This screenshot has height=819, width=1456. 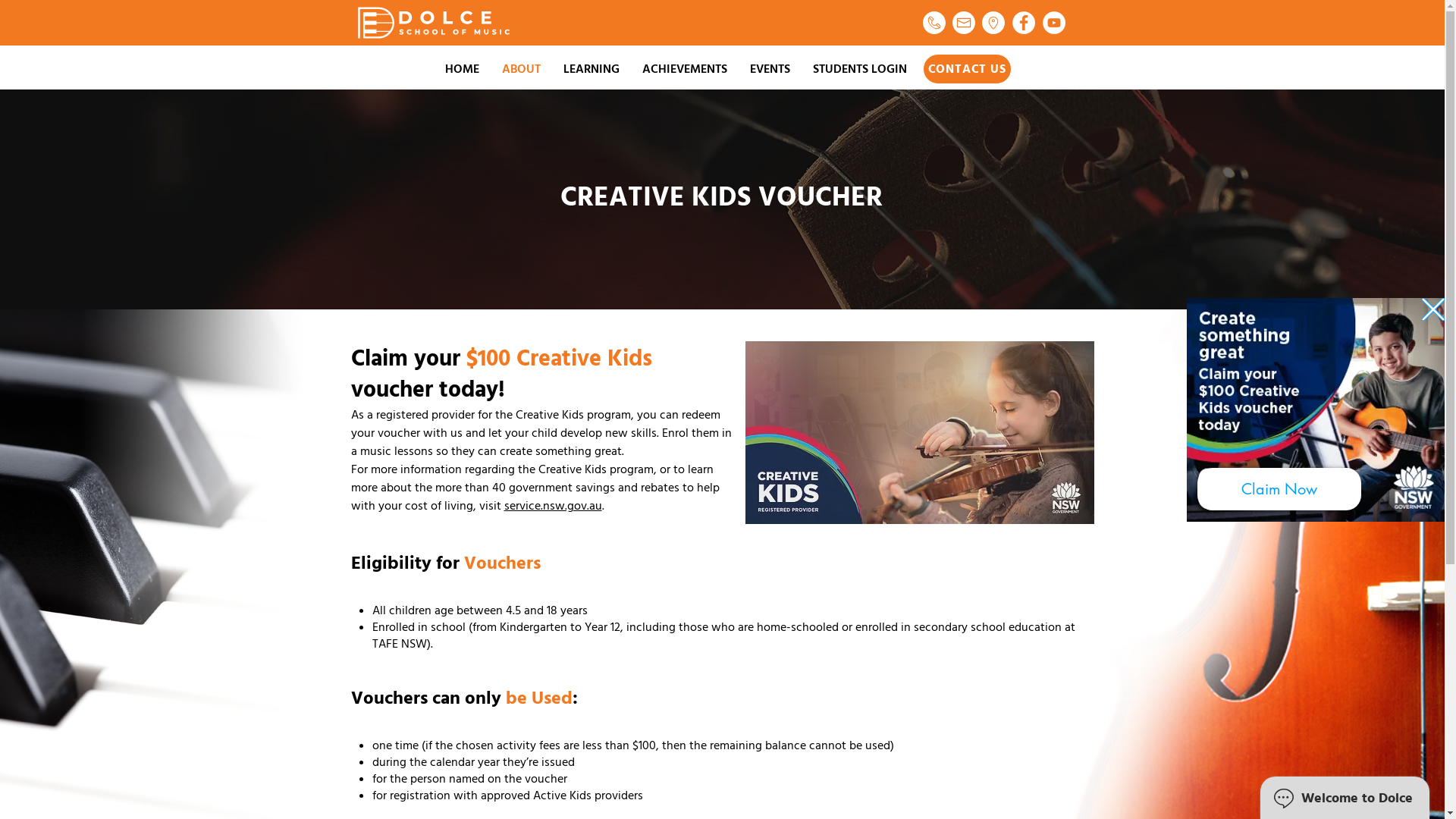 I want to click on 'EVENTS', so click(x=739, y=69).